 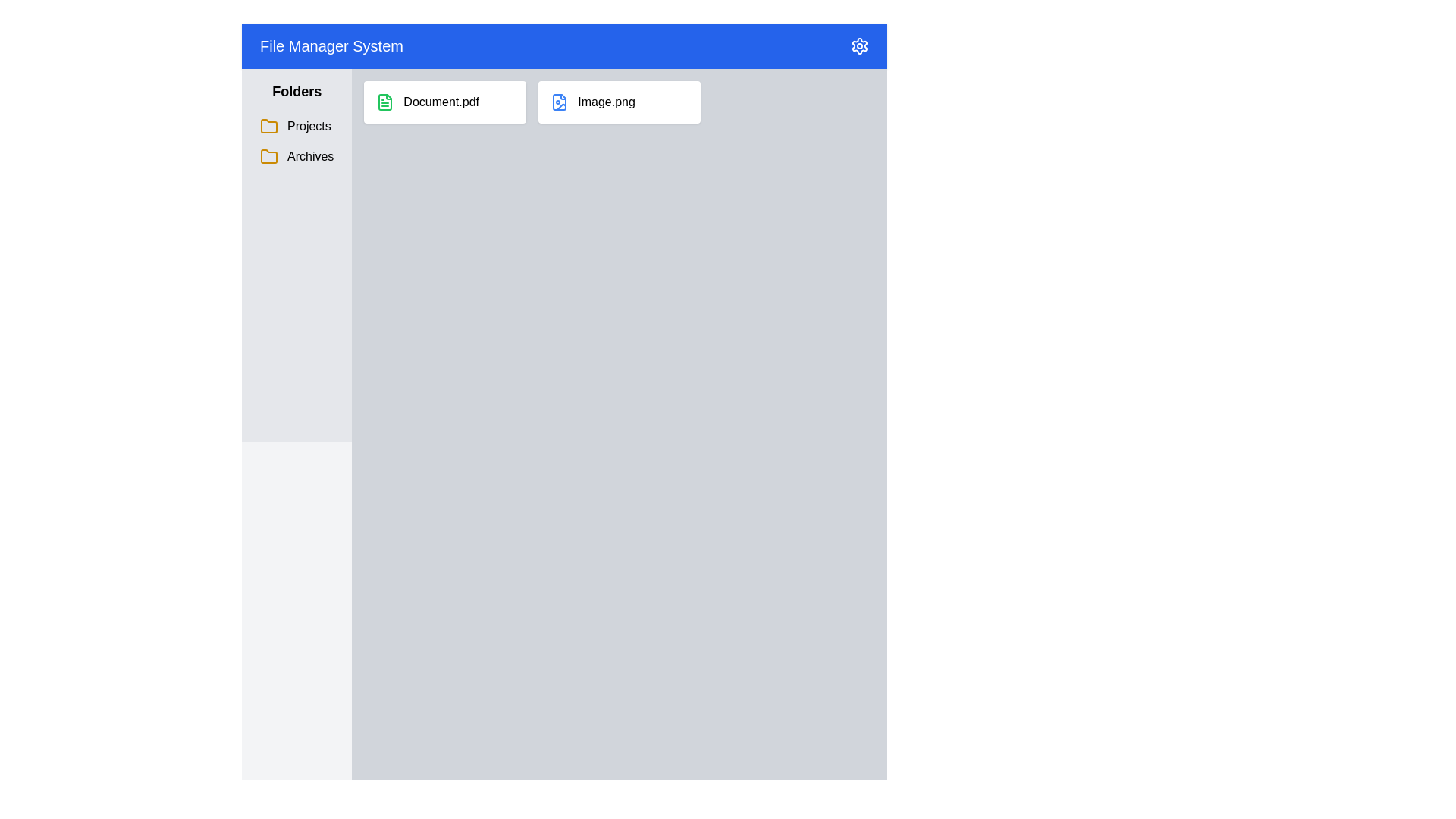 What do you see at coordinates (859, 45) in the screenshot?
I see `the gear-shaped icon button with a blue background and white outlines located in the top-right corner of the blue header bar` at bounding box center [859, 45].